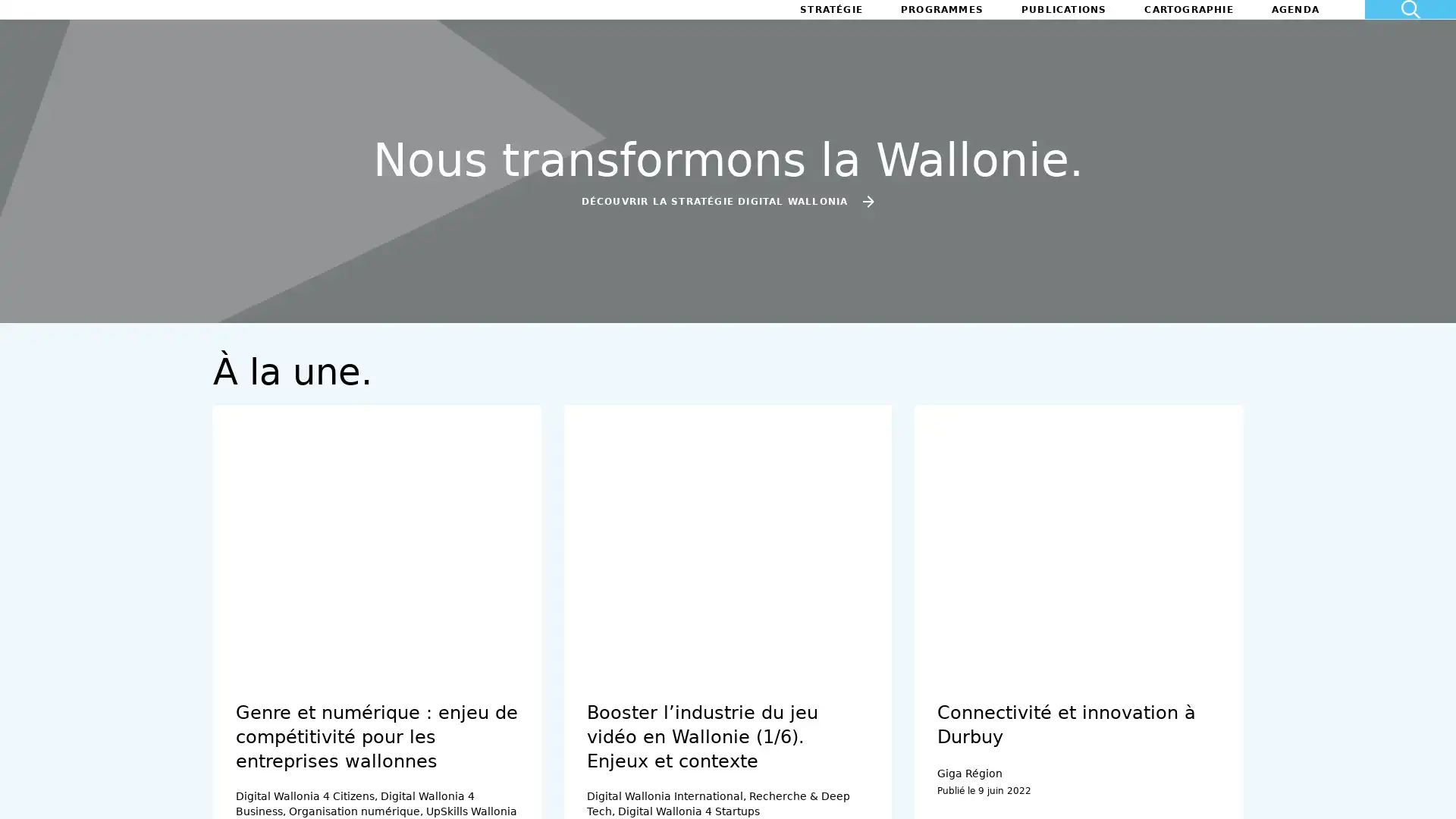 The image size is (1456, 819). I want to click on Je choisis, so click(174, 742).